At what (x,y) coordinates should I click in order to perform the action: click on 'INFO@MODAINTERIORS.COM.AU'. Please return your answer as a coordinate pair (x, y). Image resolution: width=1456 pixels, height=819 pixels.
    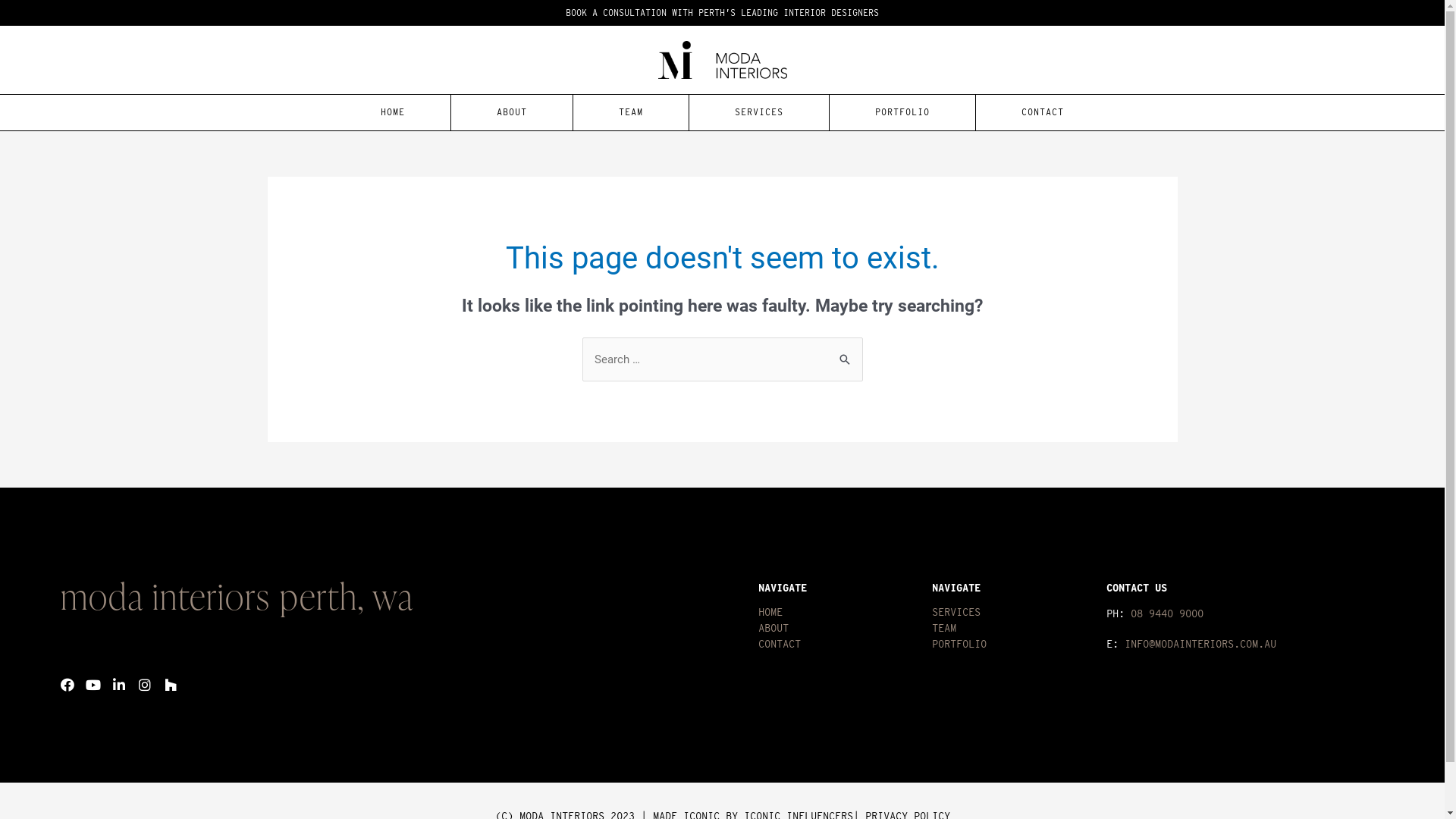
    Looking at the image, I should click on (1200, 643).